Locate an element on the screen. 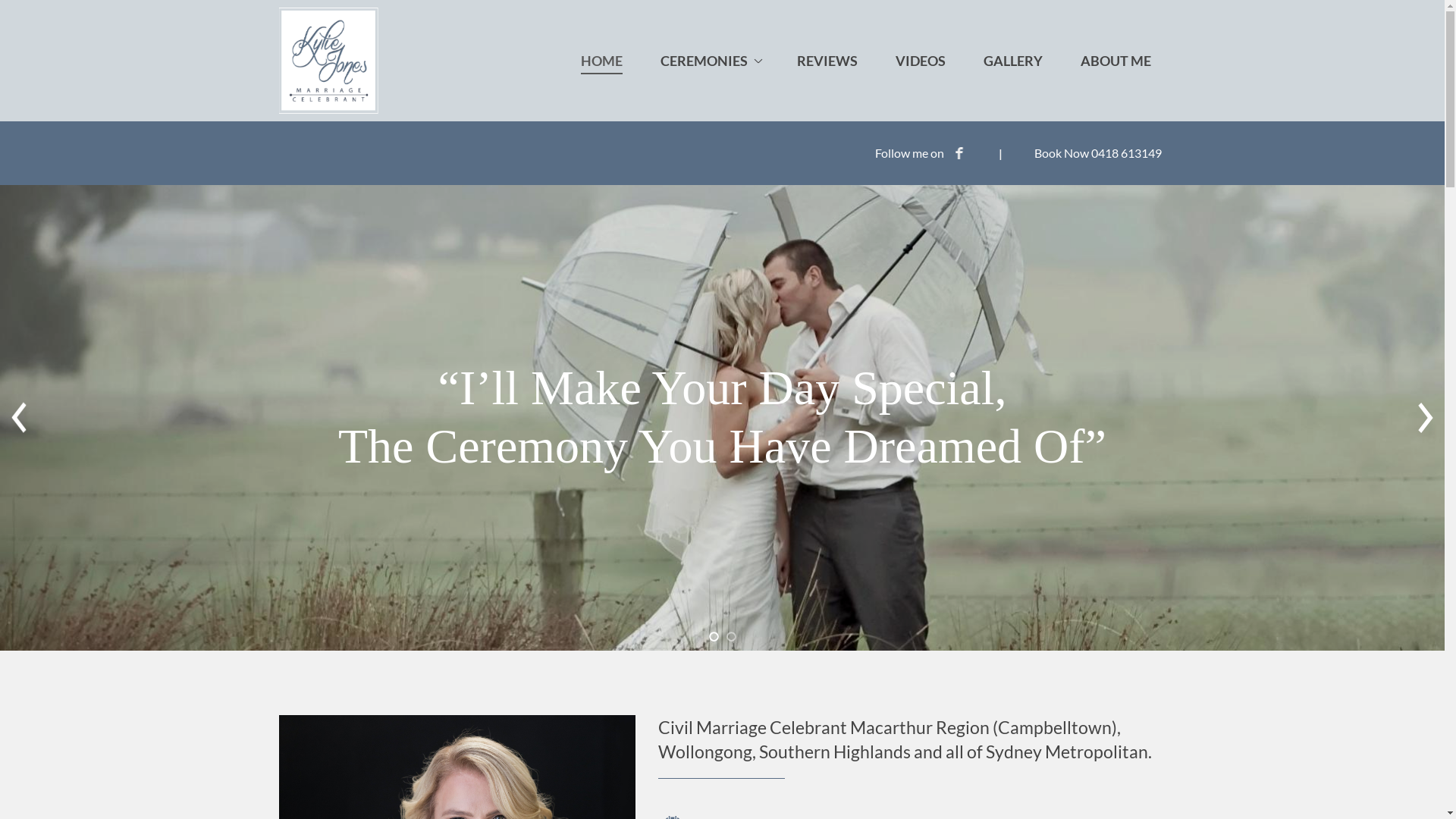  'Book Now 0418 613149' is located at coordinates (1098, 152).